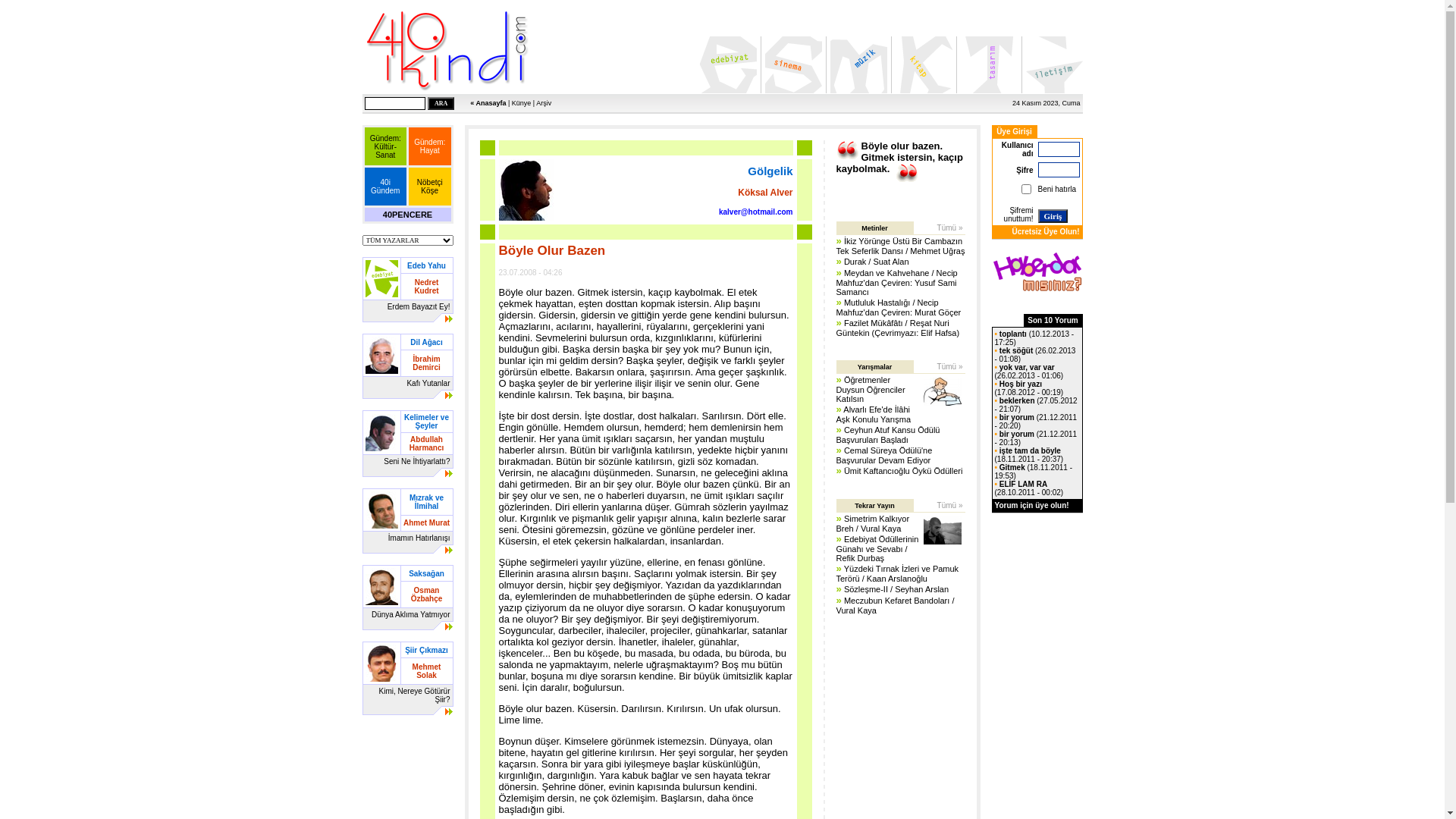 The width and height of the screenshot is (1456, 819). What do you see at coordinates (425, 669) in the screenshot?
I see `'Mehmet Solak'` at bounding box center [425, 669].